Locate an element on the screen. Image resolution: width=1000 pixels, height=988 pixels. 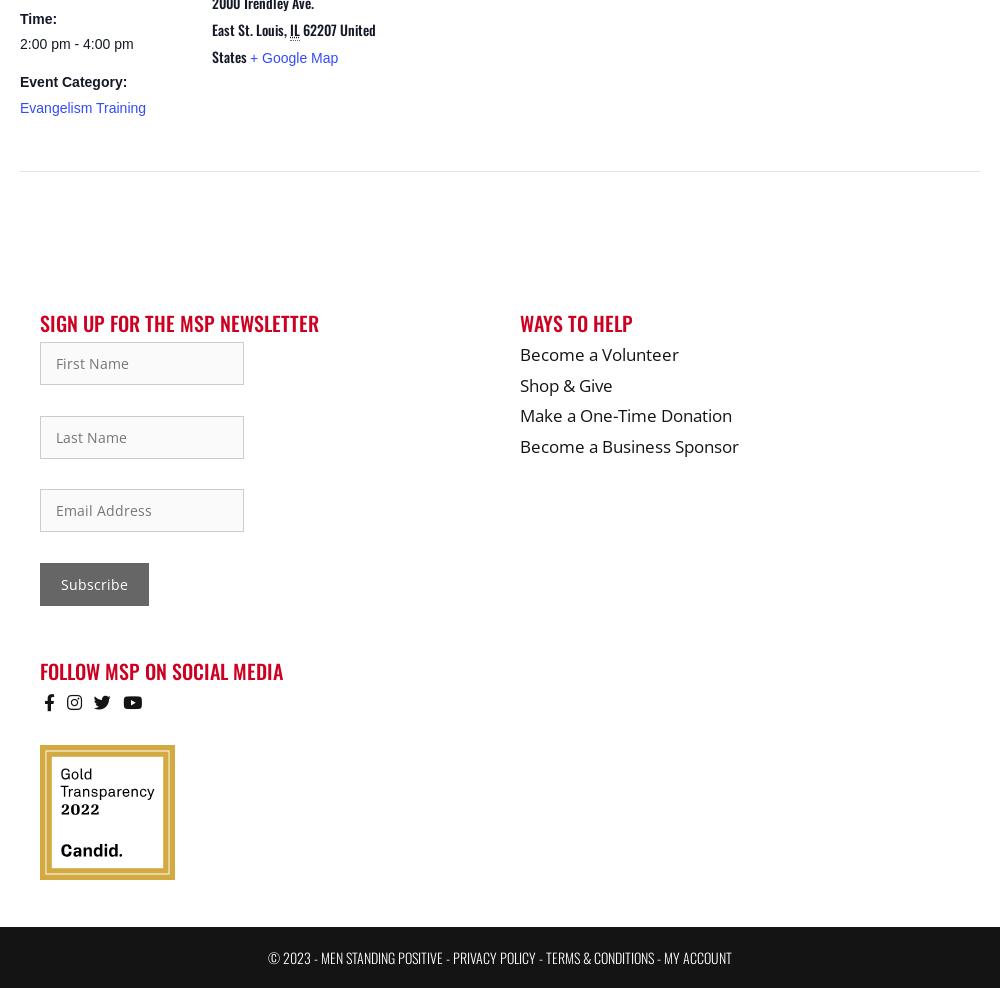
'FOLLOW MSP ON SOCIAL MEDIA' is located at coordinates (40, 668).